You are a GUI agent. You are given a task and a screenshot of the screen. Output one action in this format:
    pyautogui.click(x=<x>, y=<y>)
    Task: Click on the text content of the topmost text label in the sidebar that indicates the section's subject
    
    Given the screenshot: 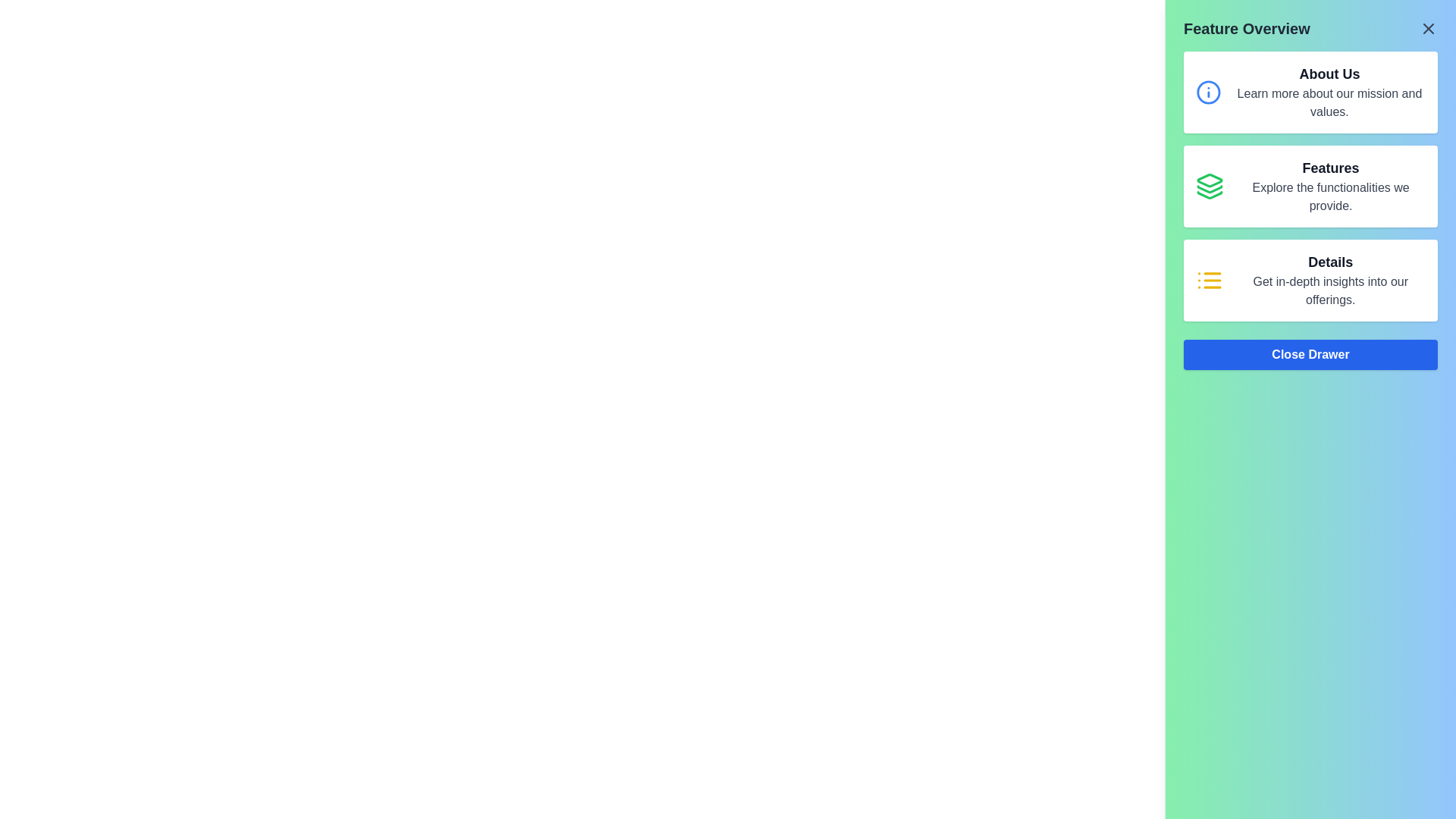 What is the action you would take?
    pyautogui.click(x=1329, y=74)
    